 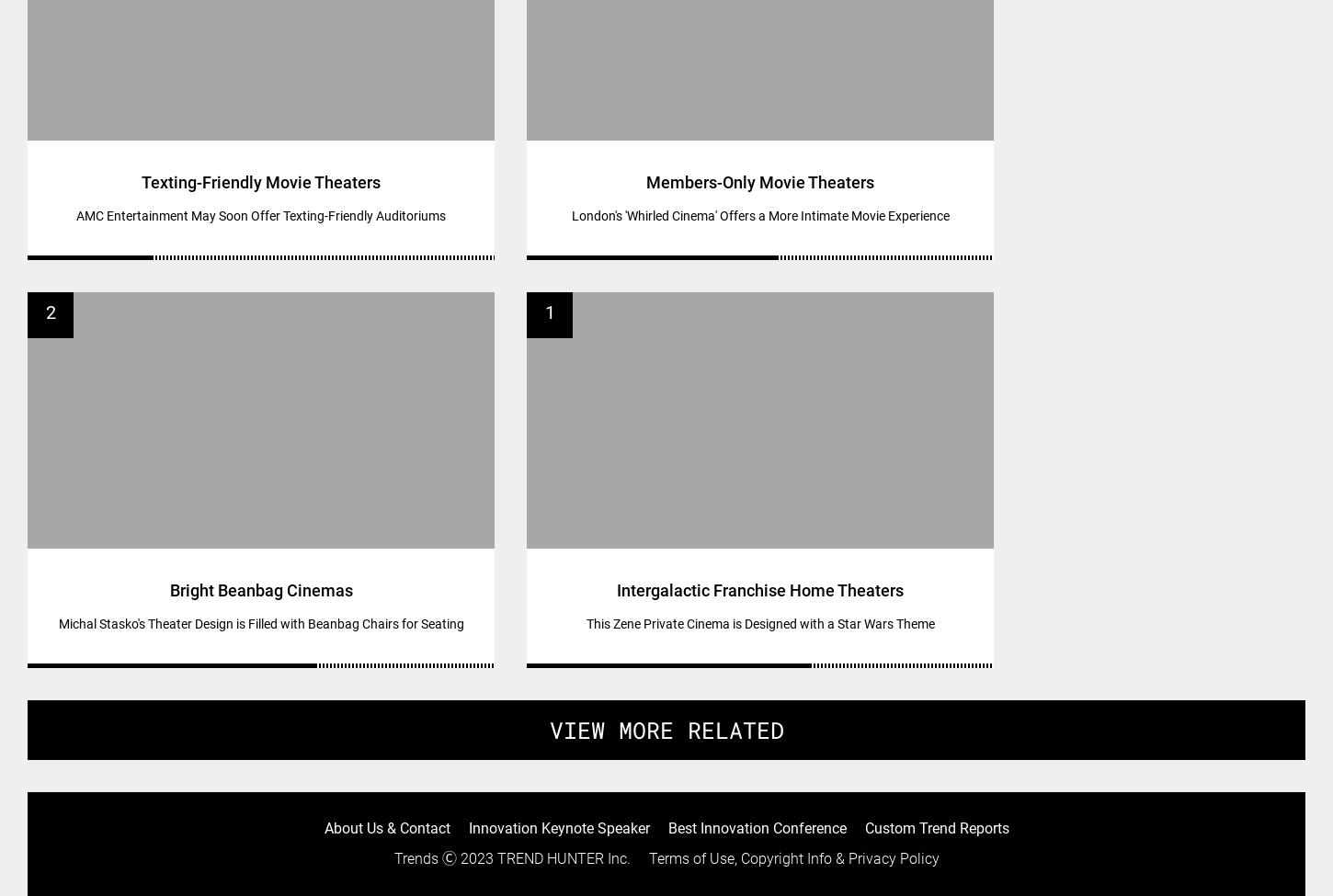 What do you see at coordinates (757, 826) in the screenshot?
I see `'Best Innovation Conference'` at bounding box center [757, 826].